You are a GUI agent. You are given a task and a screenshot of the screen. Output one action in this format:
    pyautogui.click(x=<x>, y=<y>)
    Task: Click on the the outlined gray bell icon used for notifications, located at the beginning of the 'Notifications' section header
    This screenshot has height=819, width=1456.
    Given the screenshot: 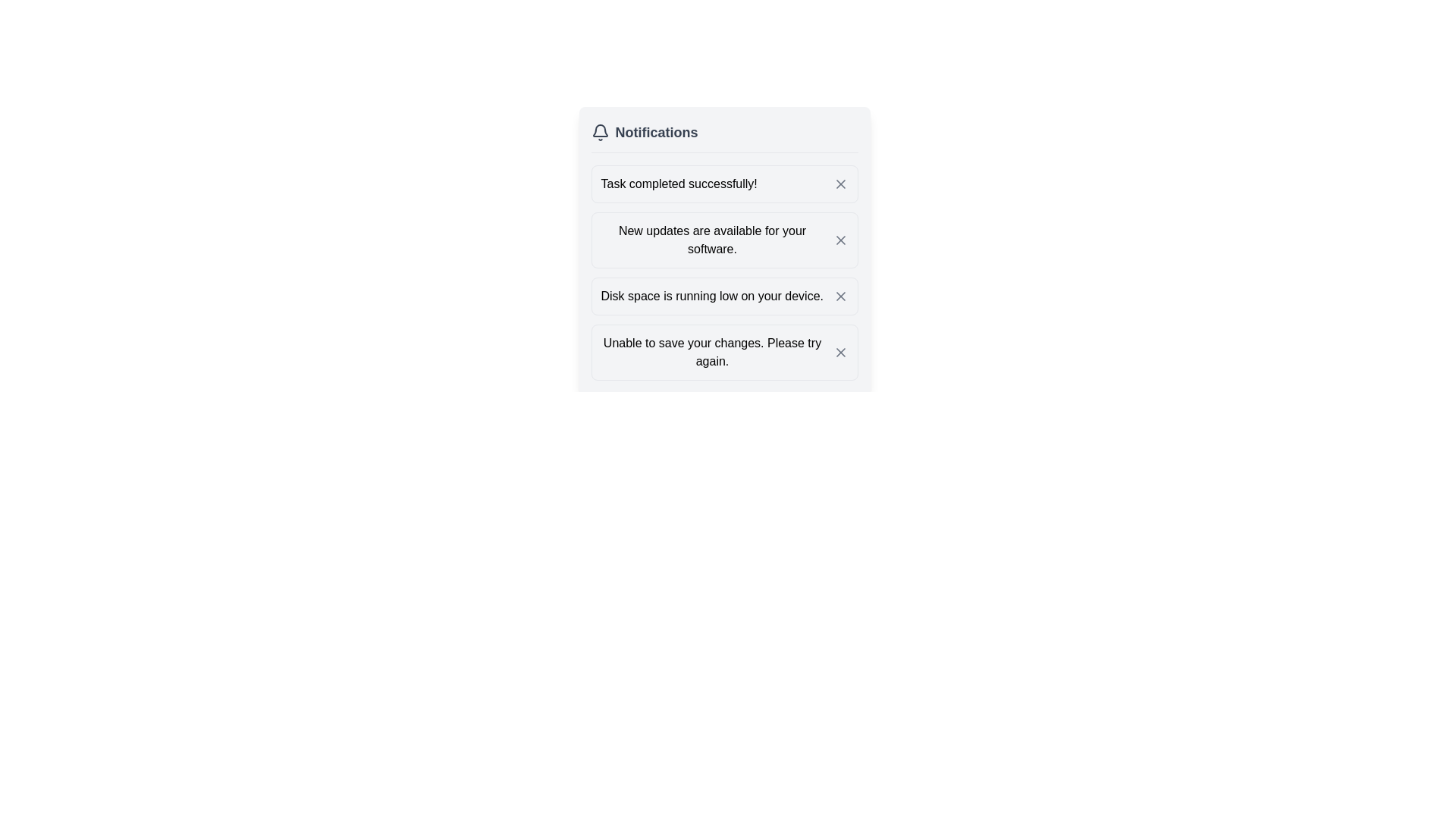 What is the action you would take?
    pyautogui.click(x=599, y=131)
    